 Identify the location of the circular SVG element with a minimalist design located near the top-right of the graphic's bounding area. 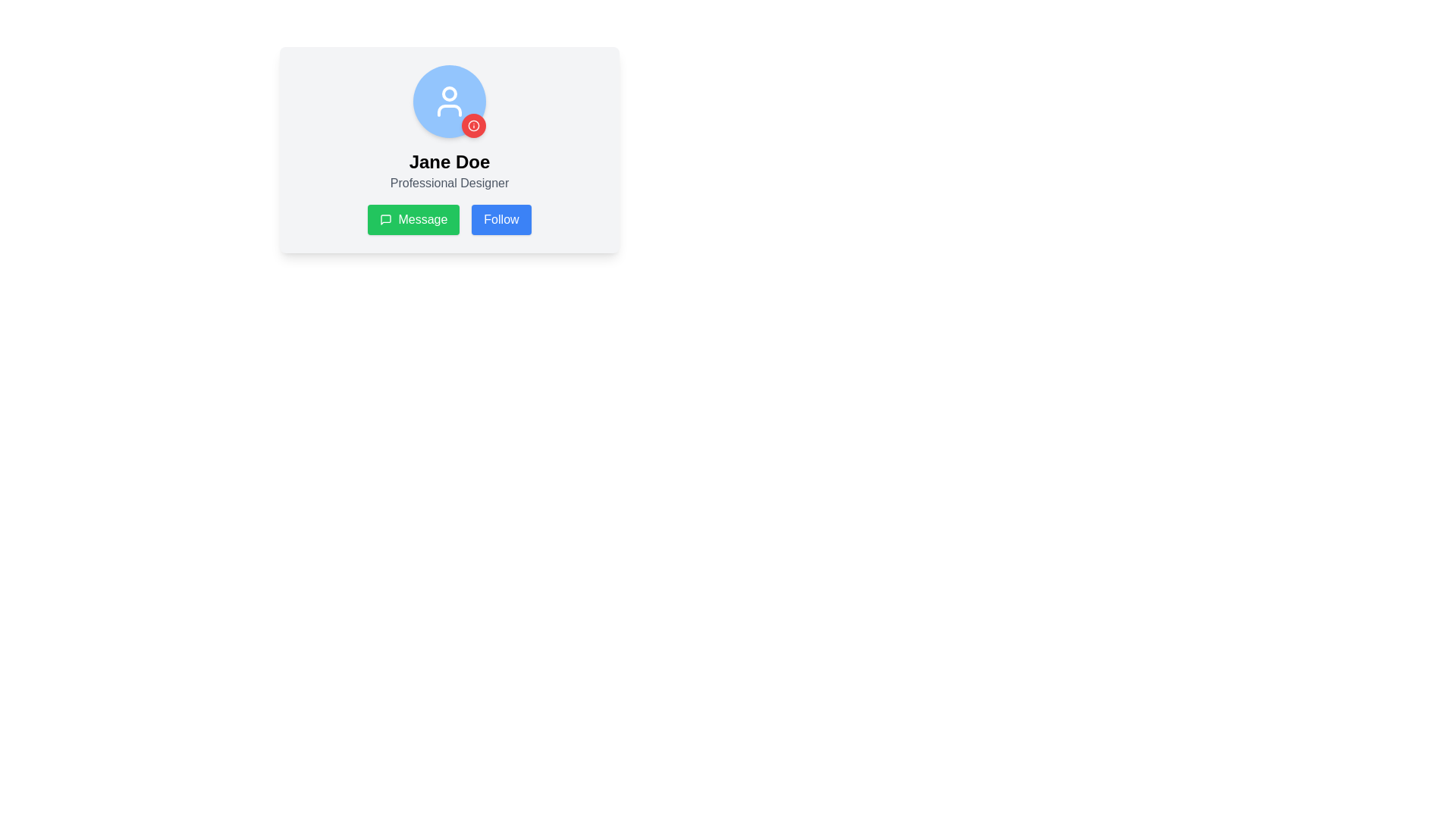
(472, 124).